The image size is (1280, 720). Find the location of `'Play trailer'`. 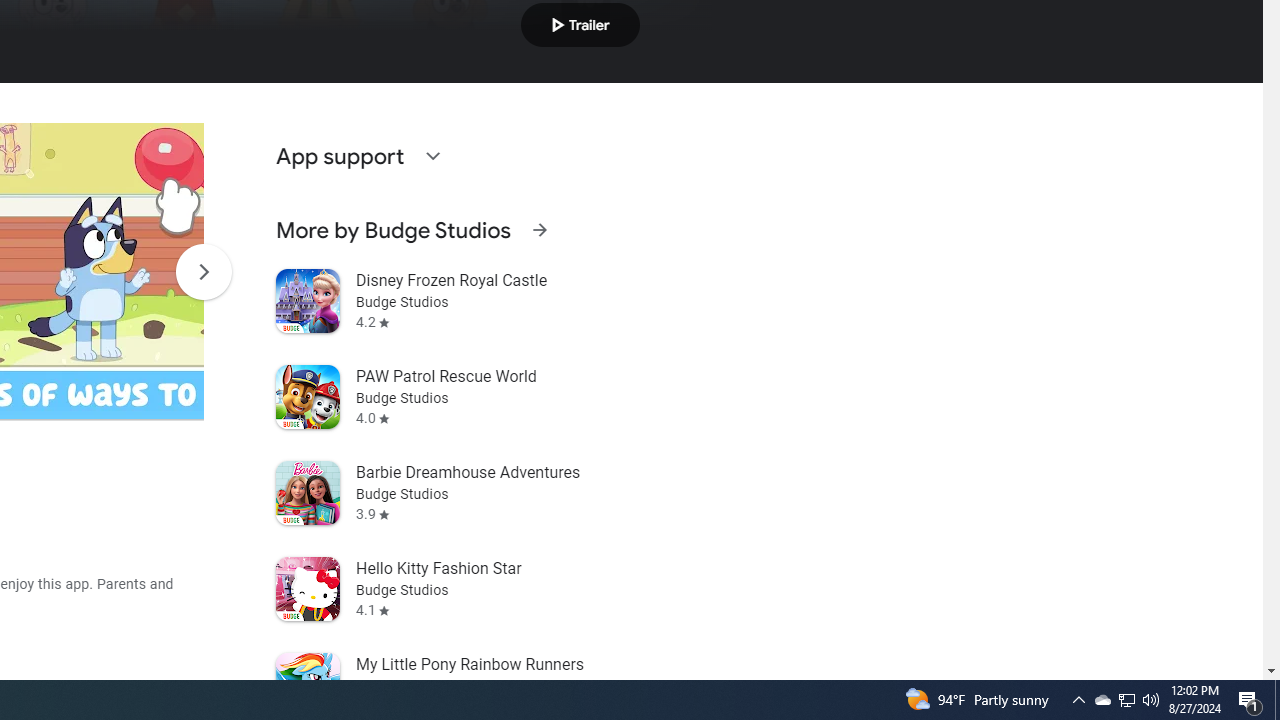

'Play trailer' is located at coordinates (579, 24).